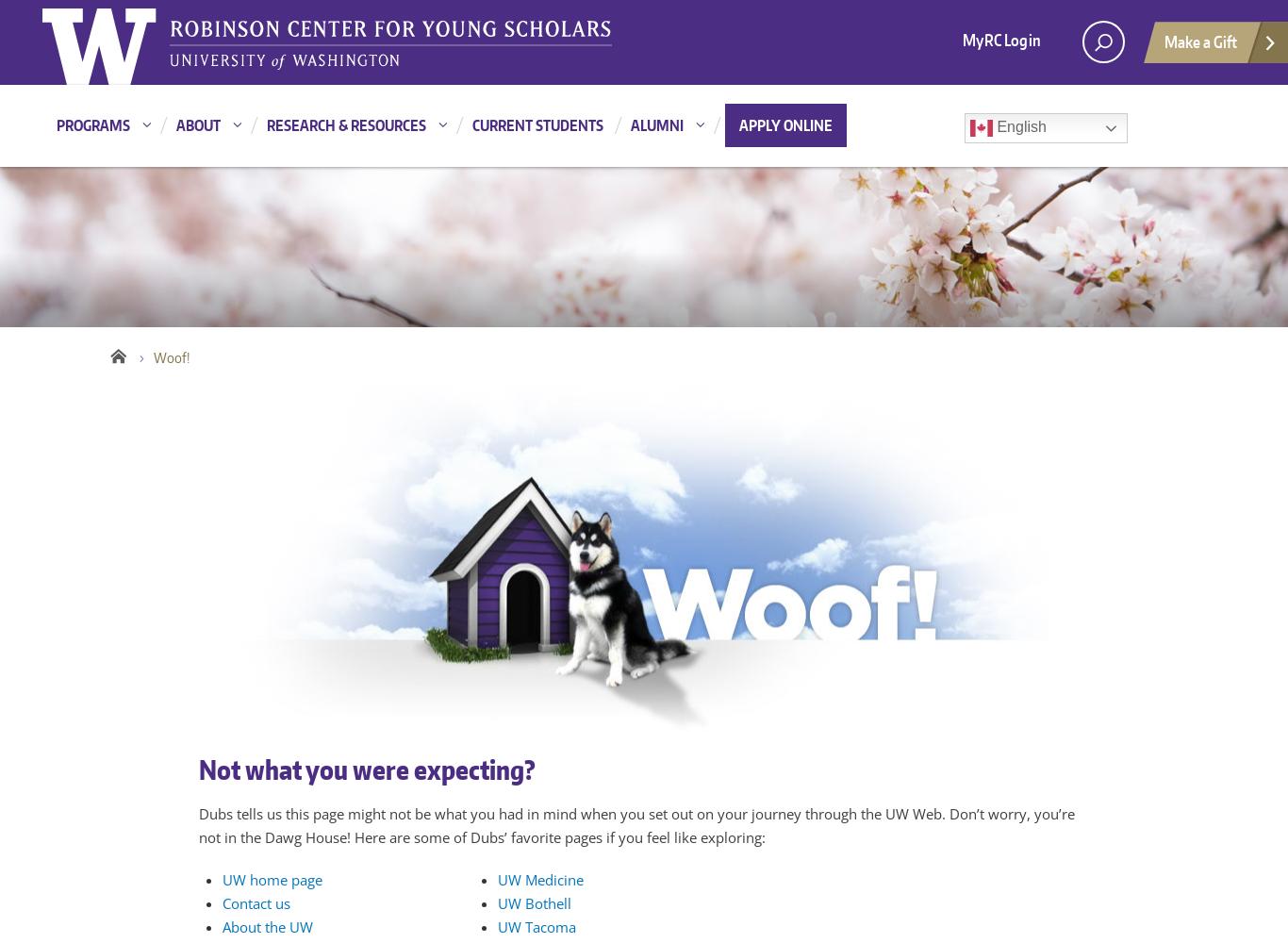 The image size is (1288, 943). I want to click on 'About', so click(197, 125).